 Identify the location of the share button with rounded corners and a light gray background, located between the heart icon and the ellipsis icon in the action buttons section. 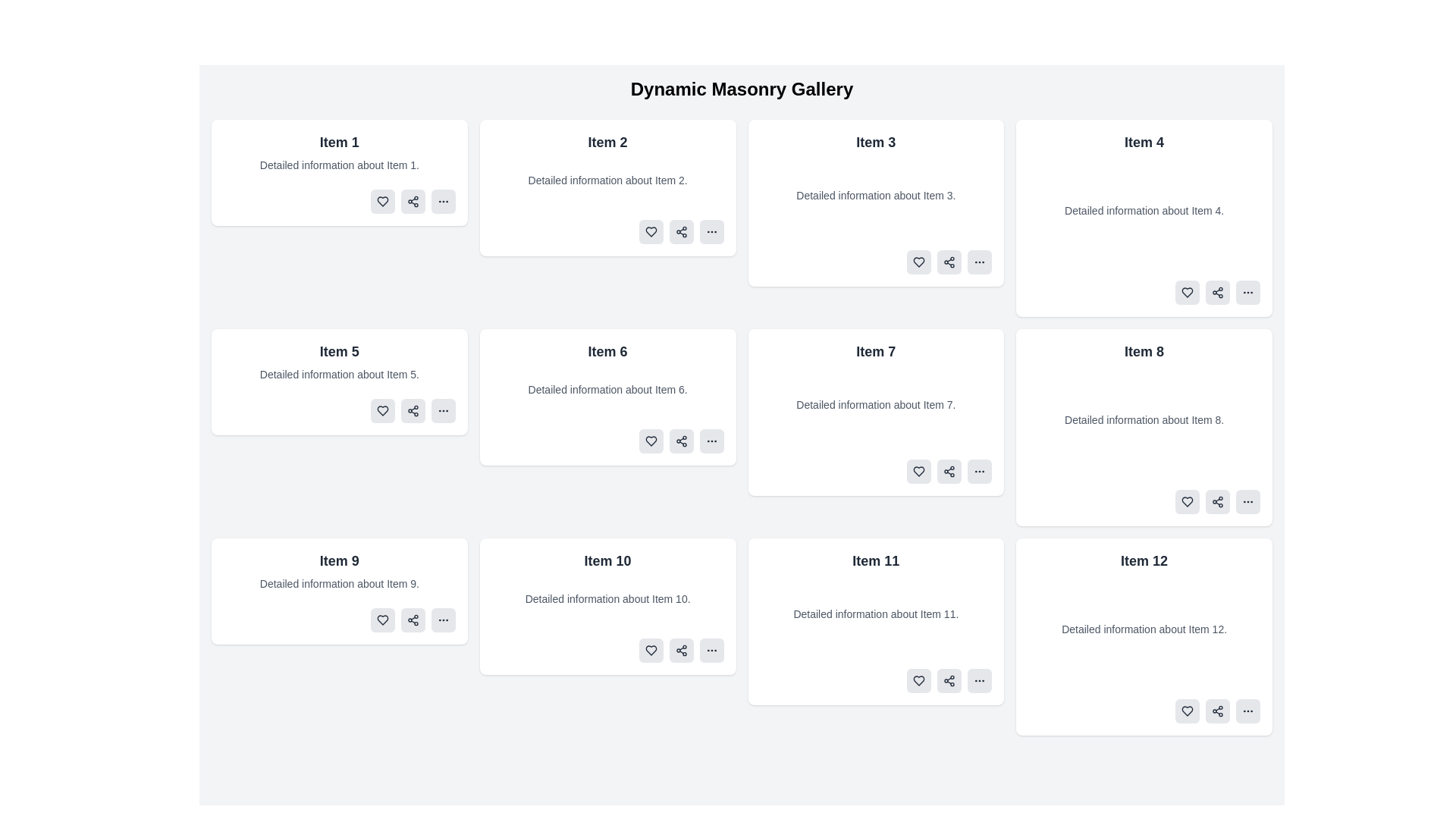
(1218, 292).